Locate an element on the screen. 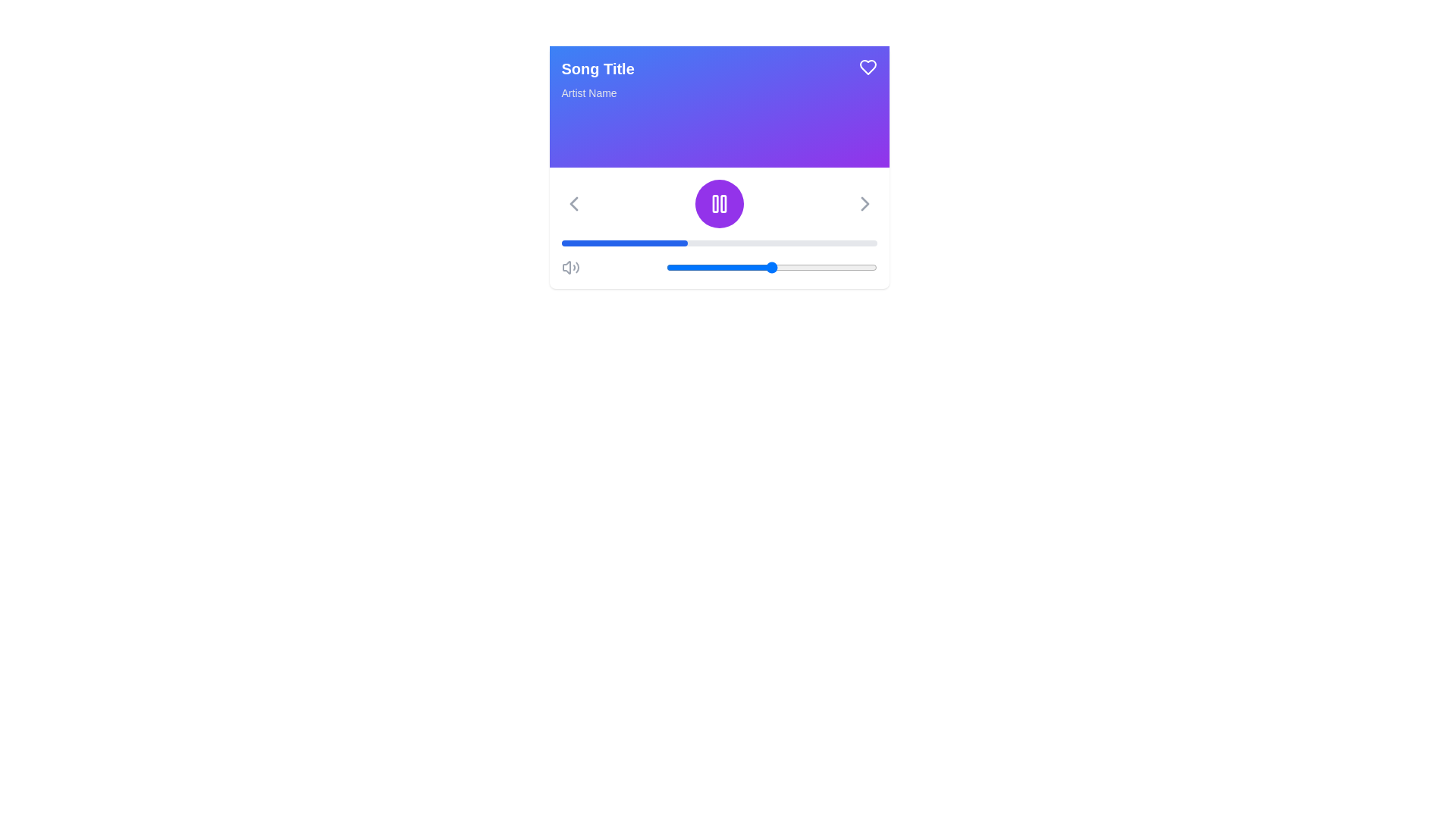 The height and width of the screenshot is (819, 1456). the circular button with a purple background and a white 'pause' icon to activate the hover styling is located at coordinates (718, 203).